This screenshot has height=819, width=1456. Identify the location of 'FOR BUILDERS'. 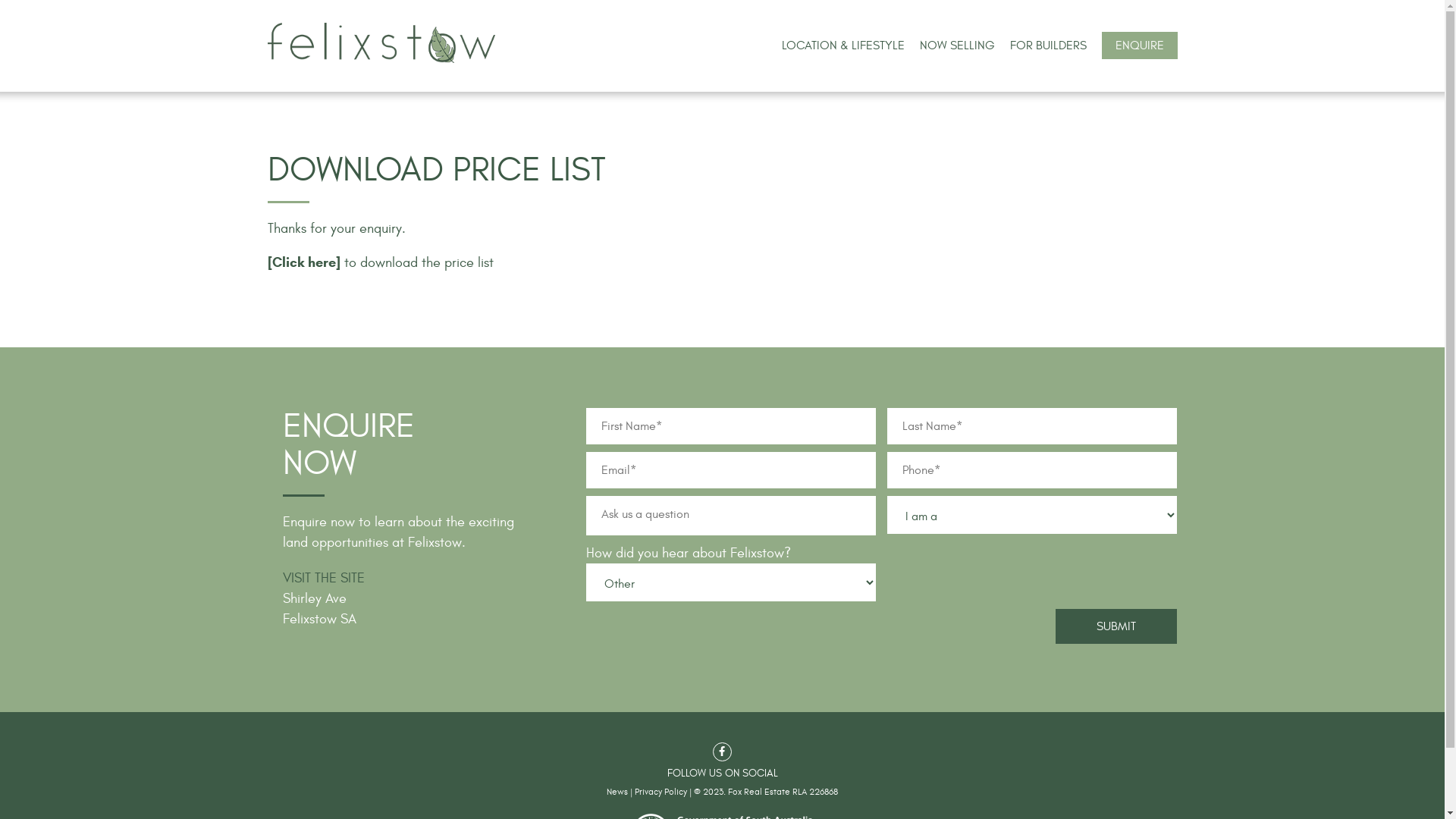
(1009, 45).